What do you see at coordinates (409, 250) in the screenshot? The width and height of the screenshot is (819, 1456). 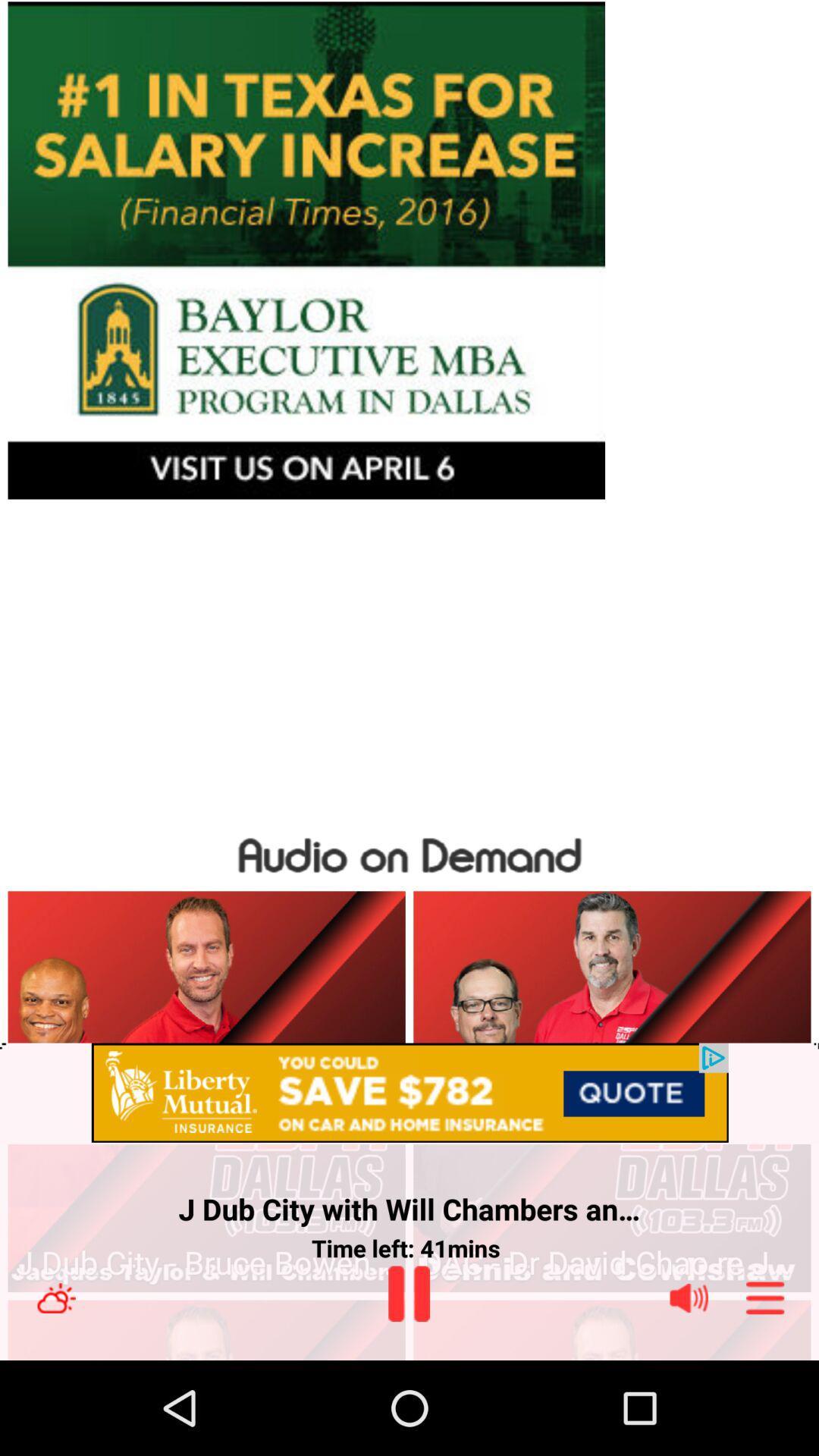 I see `advertisement` at bounding box center [409, 250].